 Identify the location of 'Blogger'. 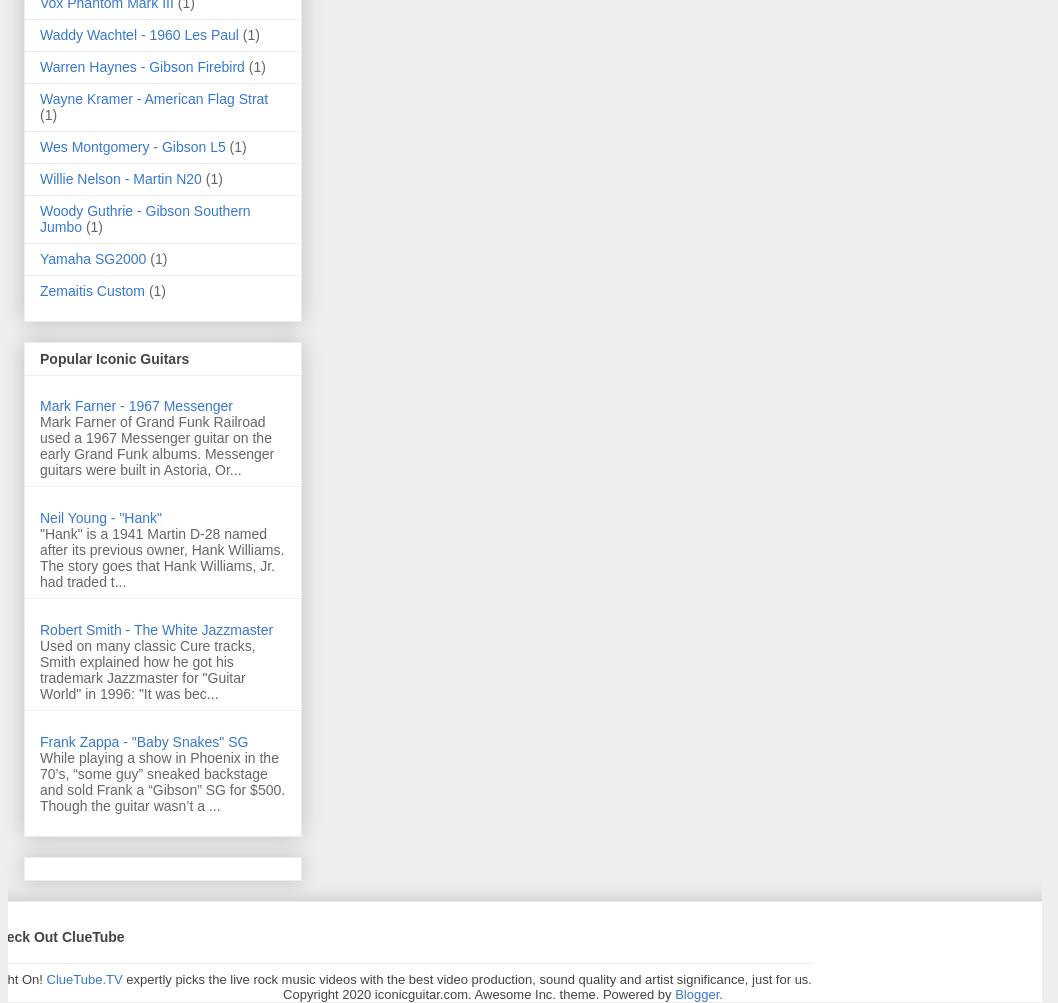
(696, 992).